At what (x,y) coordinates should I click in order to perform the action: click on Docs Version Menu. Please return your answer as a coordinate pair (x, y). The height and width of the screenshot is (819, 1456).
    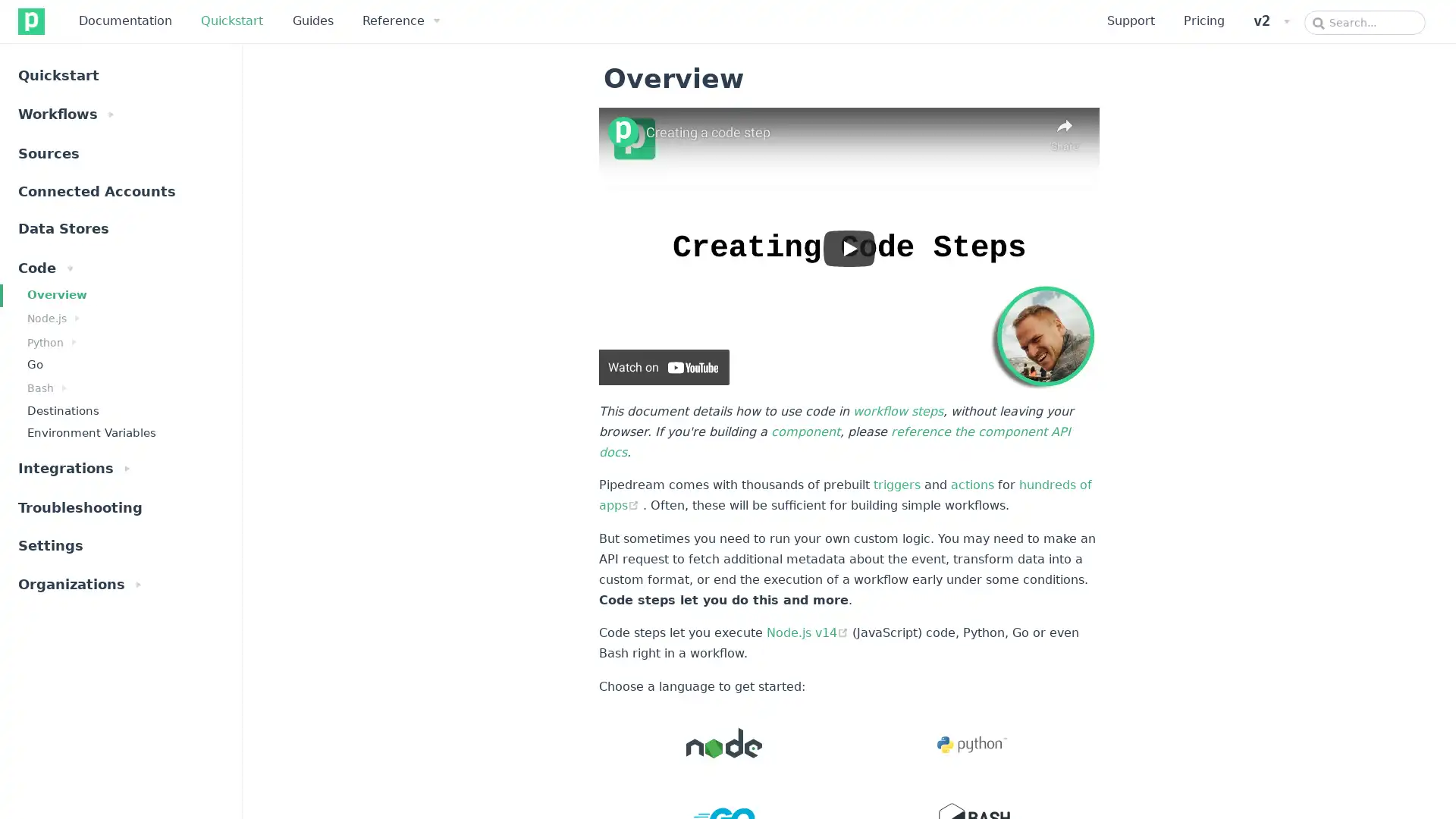
    Looking at the image, I should click on (1271, 20).